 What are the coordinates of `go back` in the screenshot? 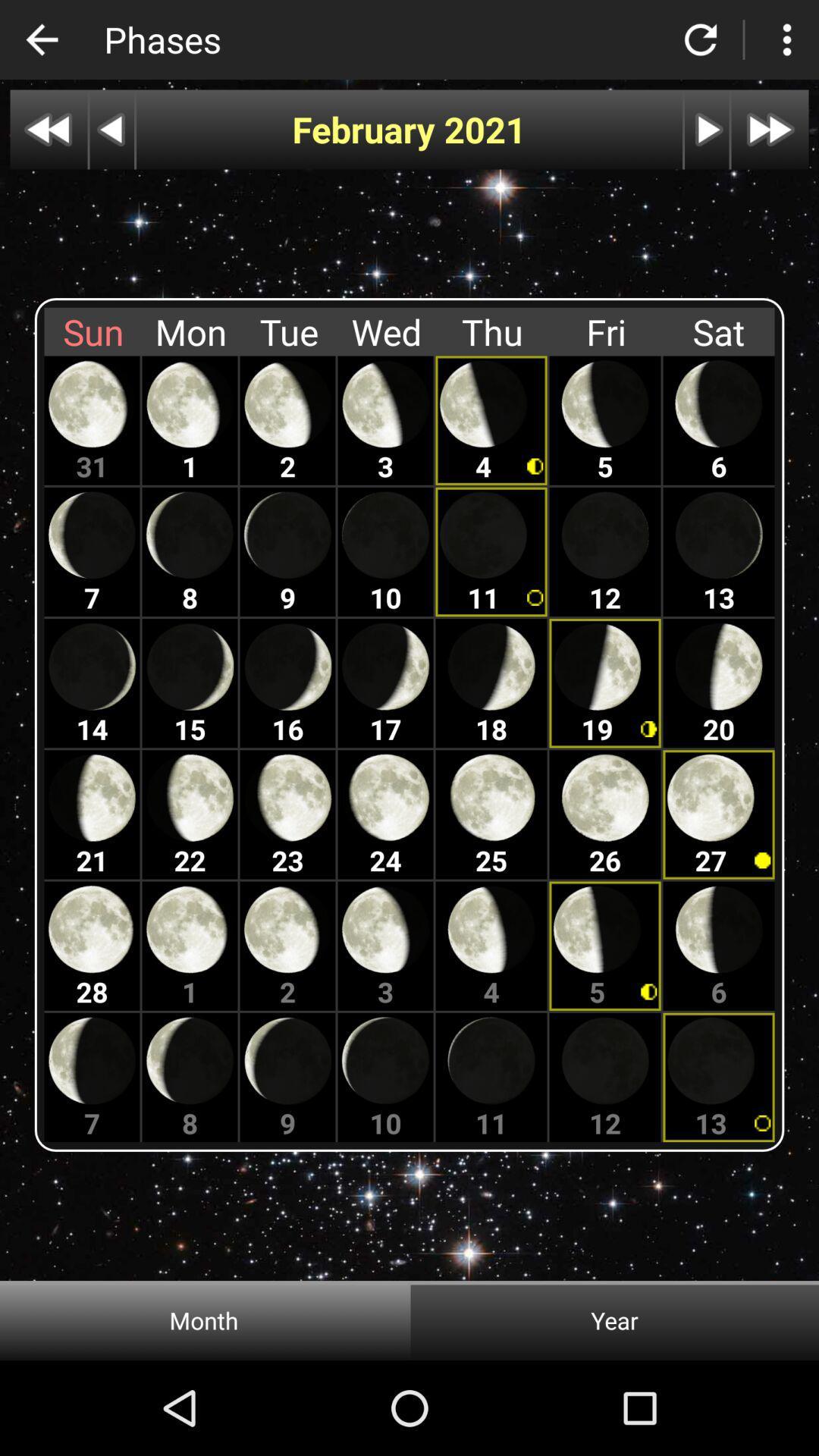 It's located at (41, 39).